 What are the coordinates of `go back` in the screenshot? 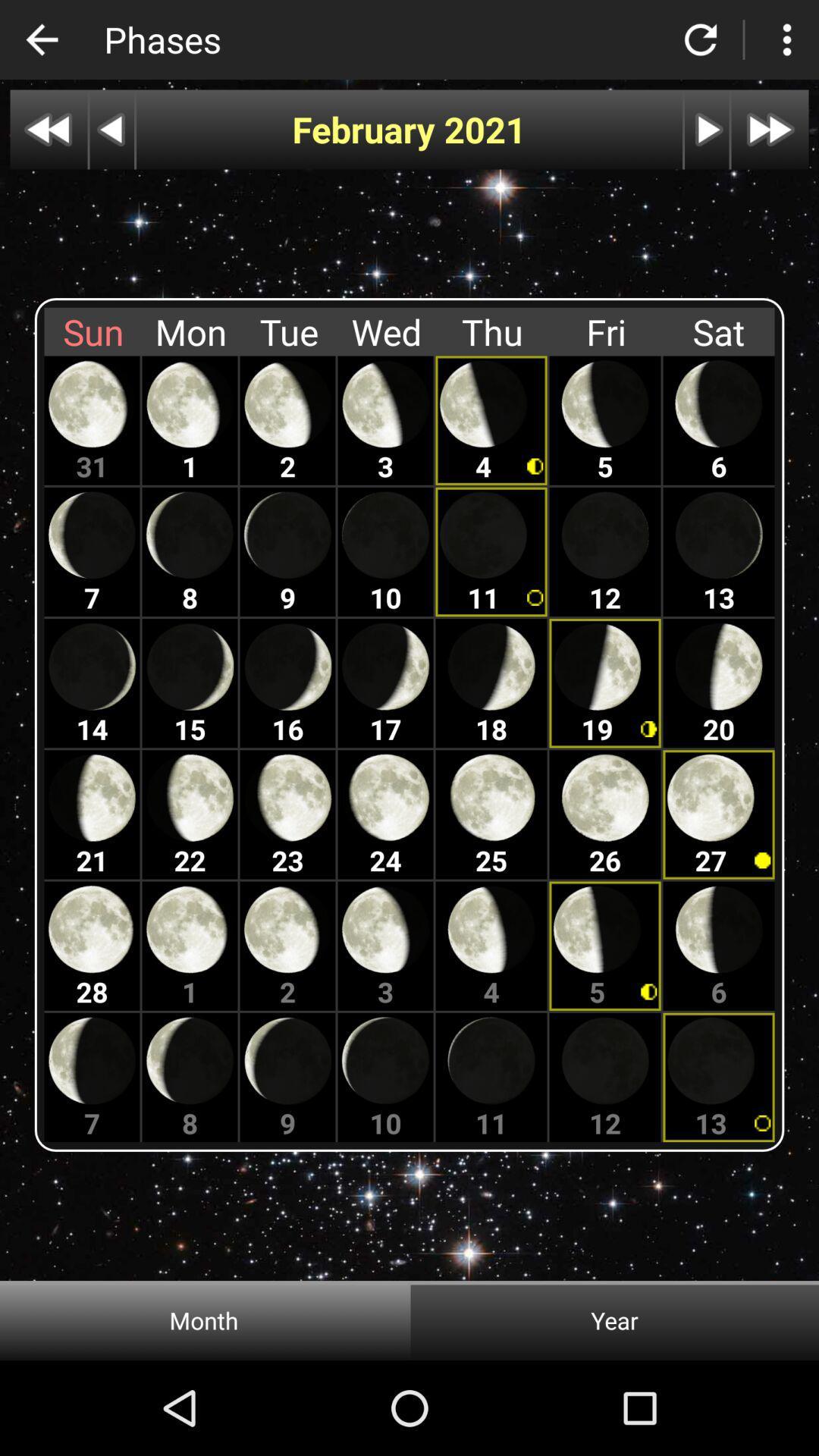 It's located at (41, 39).